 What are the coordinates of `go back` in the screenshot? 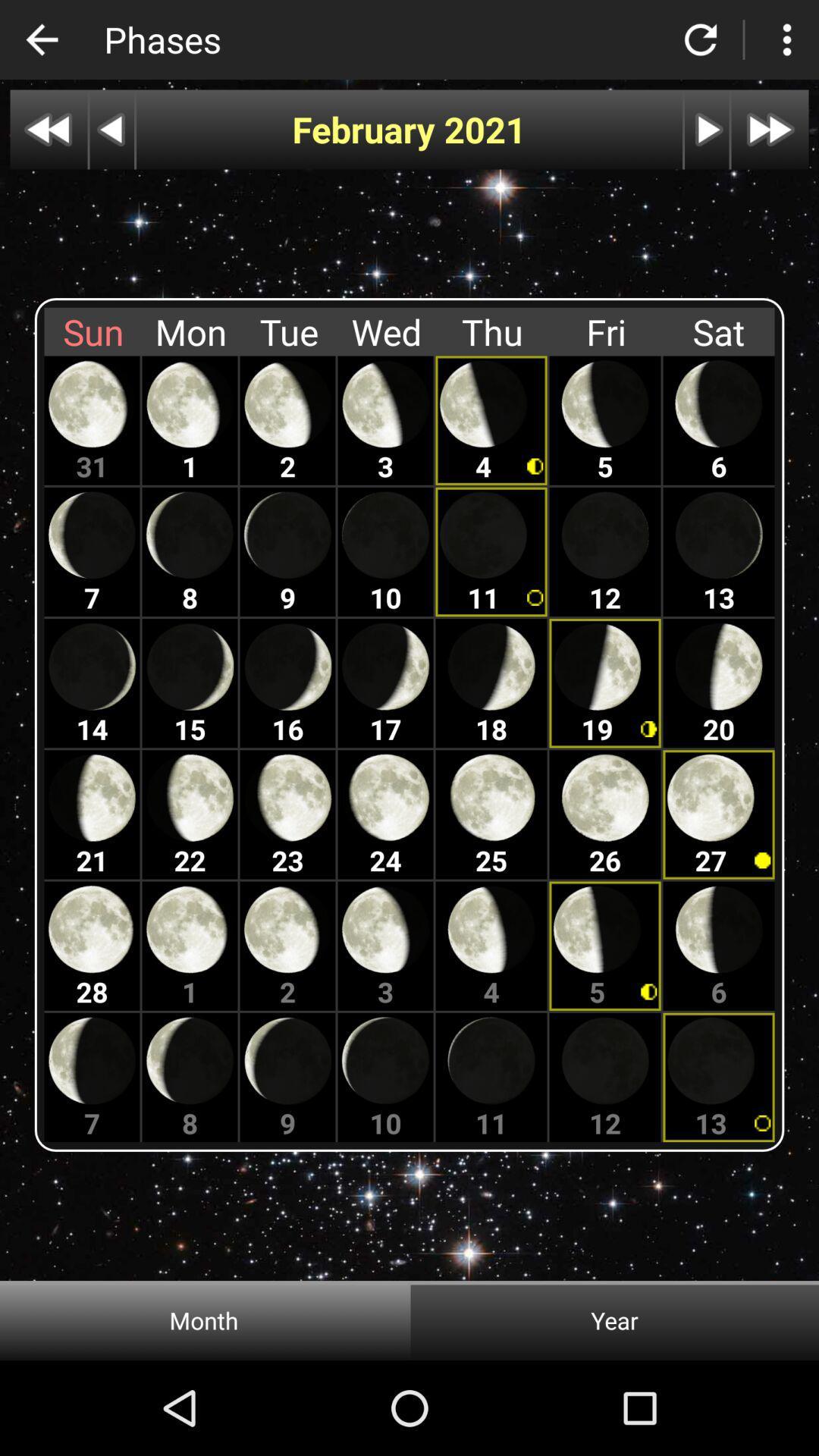 It's located at (41, 39).